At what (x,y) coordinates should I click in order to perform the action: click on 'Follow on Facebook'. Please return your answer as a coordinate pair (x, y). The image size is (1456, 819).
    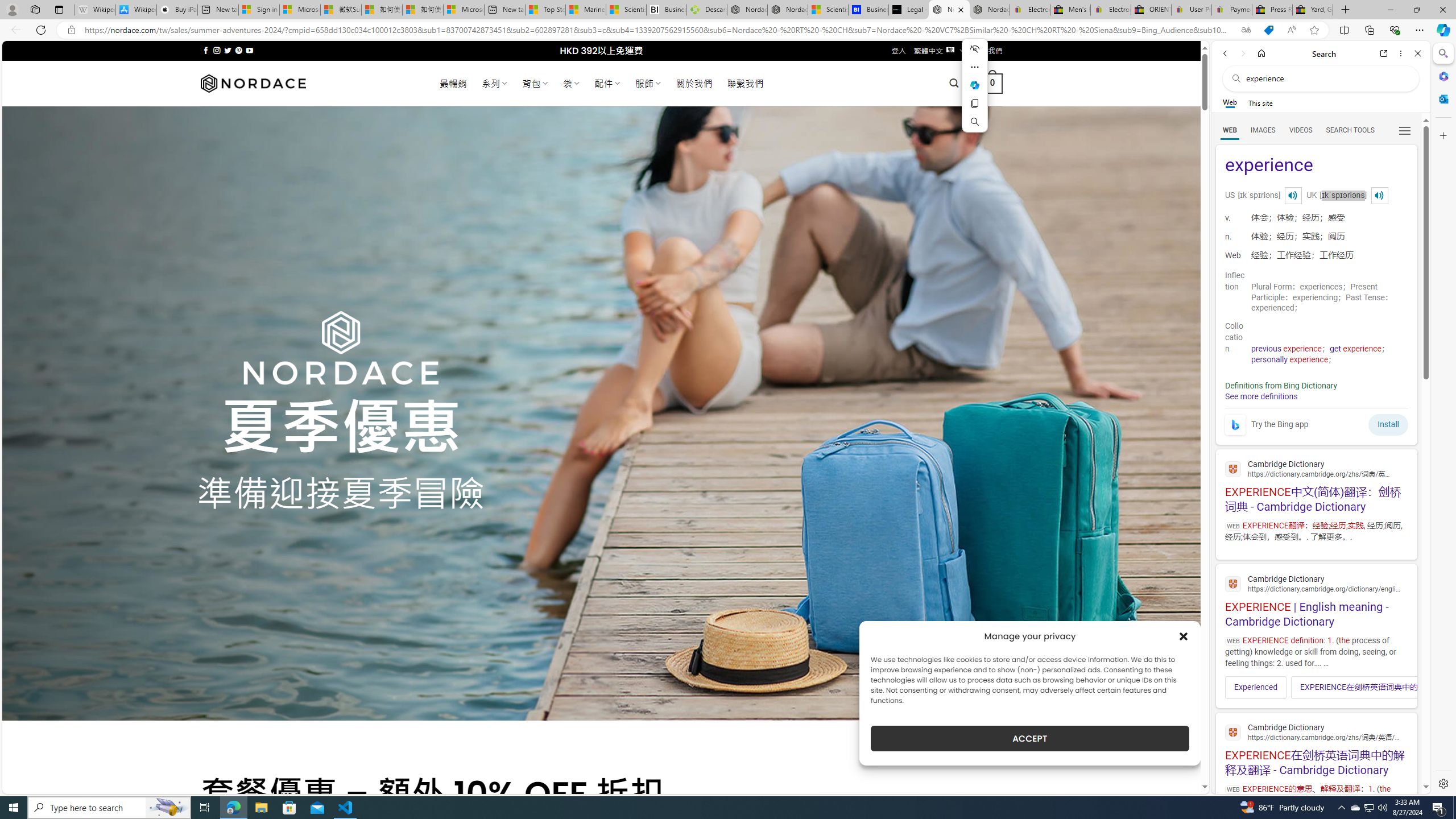
    Looking at the image, I should click on (206, 50).